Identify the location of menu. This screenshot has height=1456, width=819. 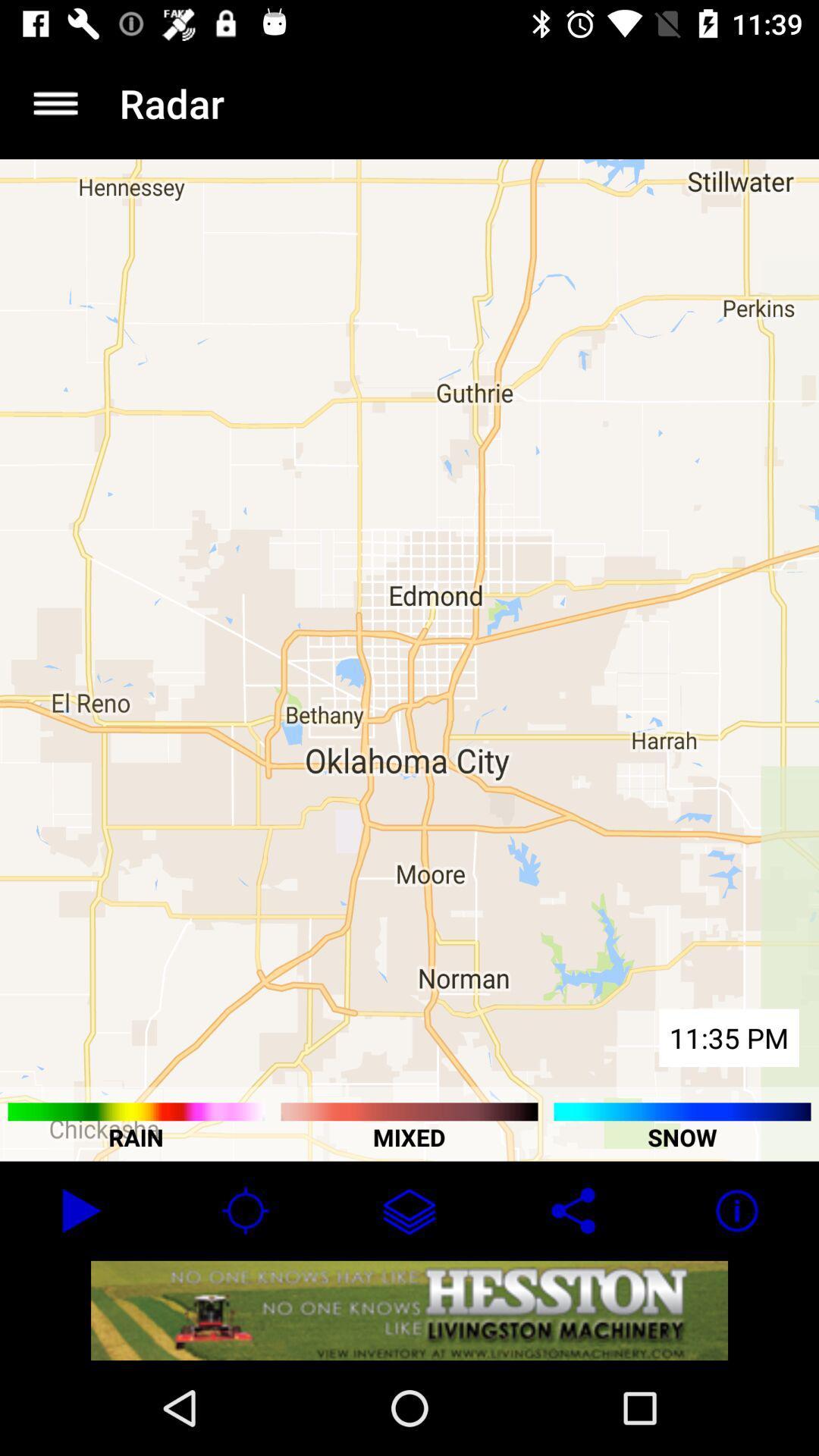
(55, 102).